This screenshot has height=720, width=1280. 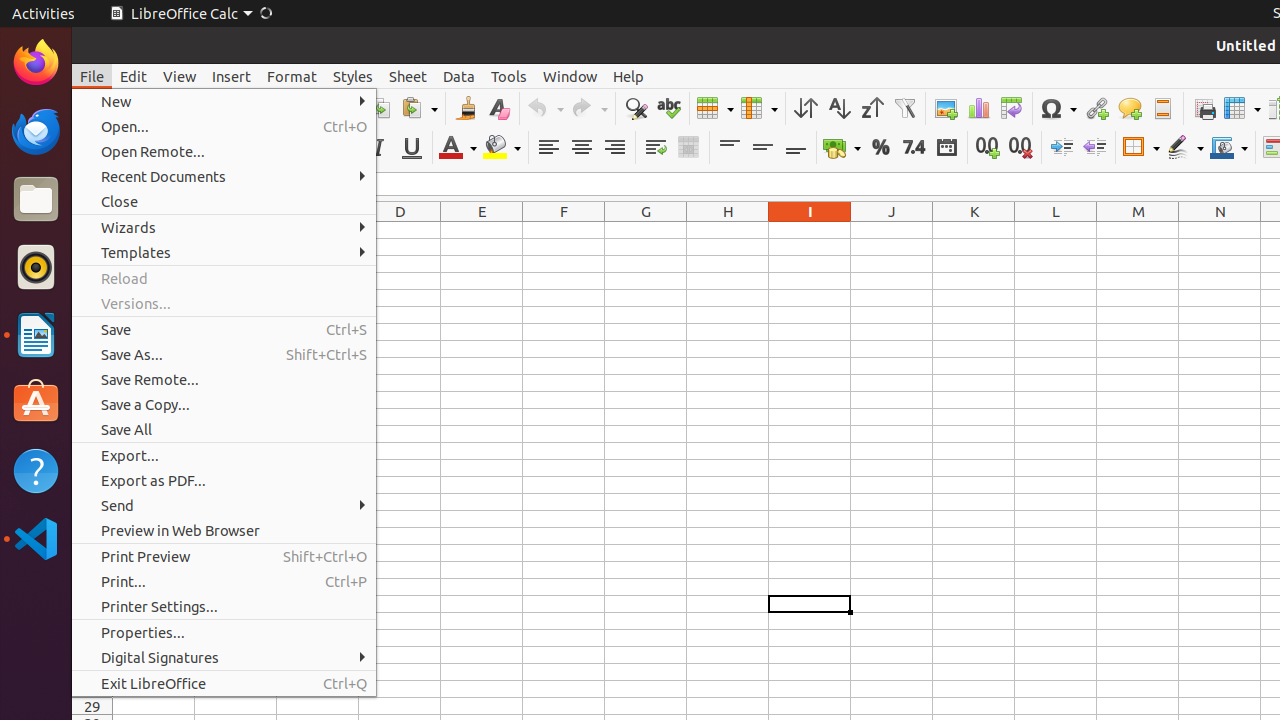 What do you see at coordinates (290, 75) in the screenshot?
I see `'Format'` at bounding box center [290, 75].